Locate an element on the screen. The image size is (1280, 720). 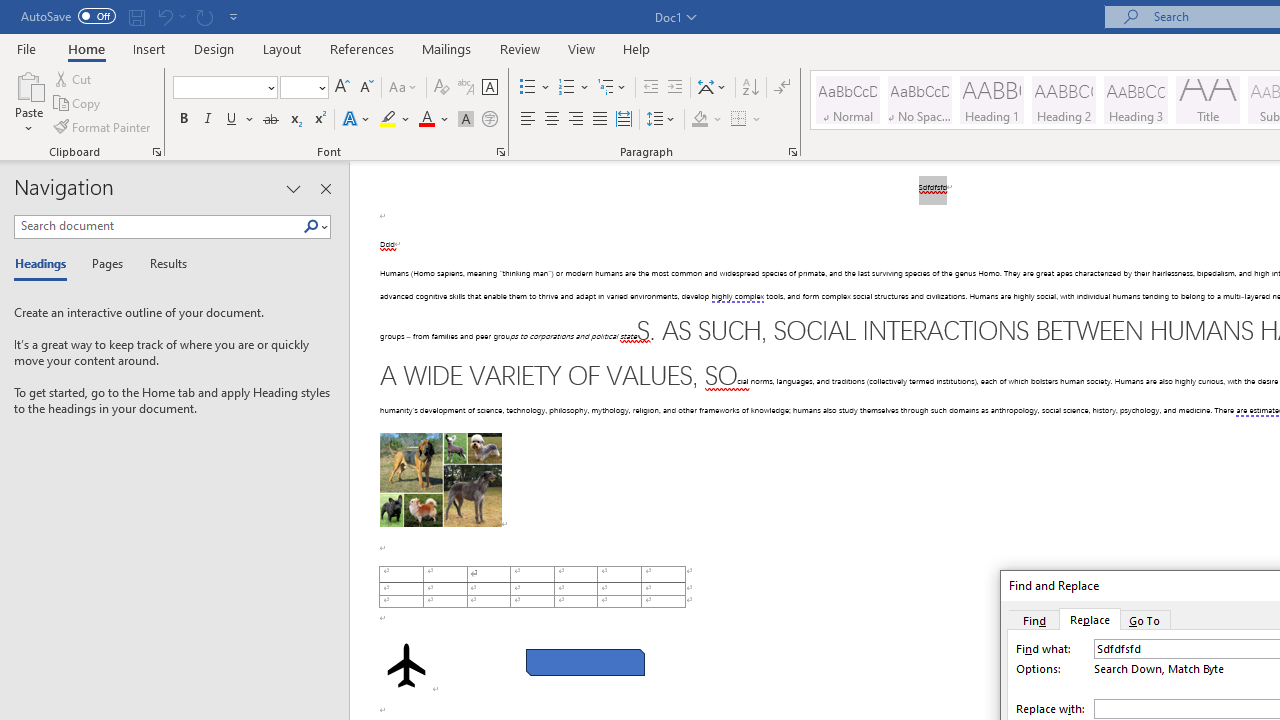
'Font Color Red' is located at coordinates (425, 119).